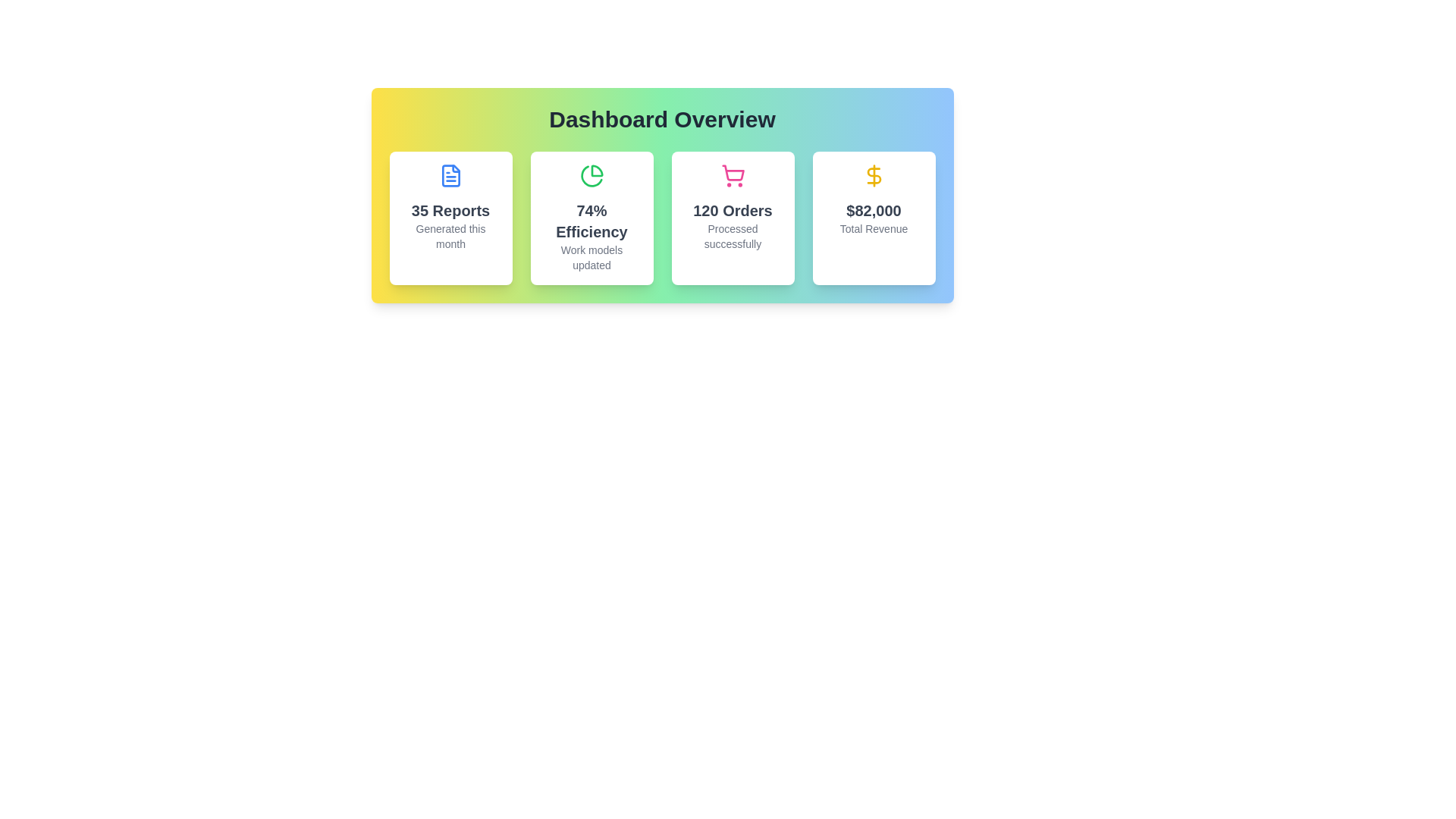 This screenshot has width=1456, height=819. I want to click on the dollar sign icon that represents financial information, located above the '$82,000 Total Revenue' text in the fourth panel of the dashboard card layout, so click(874, 174).